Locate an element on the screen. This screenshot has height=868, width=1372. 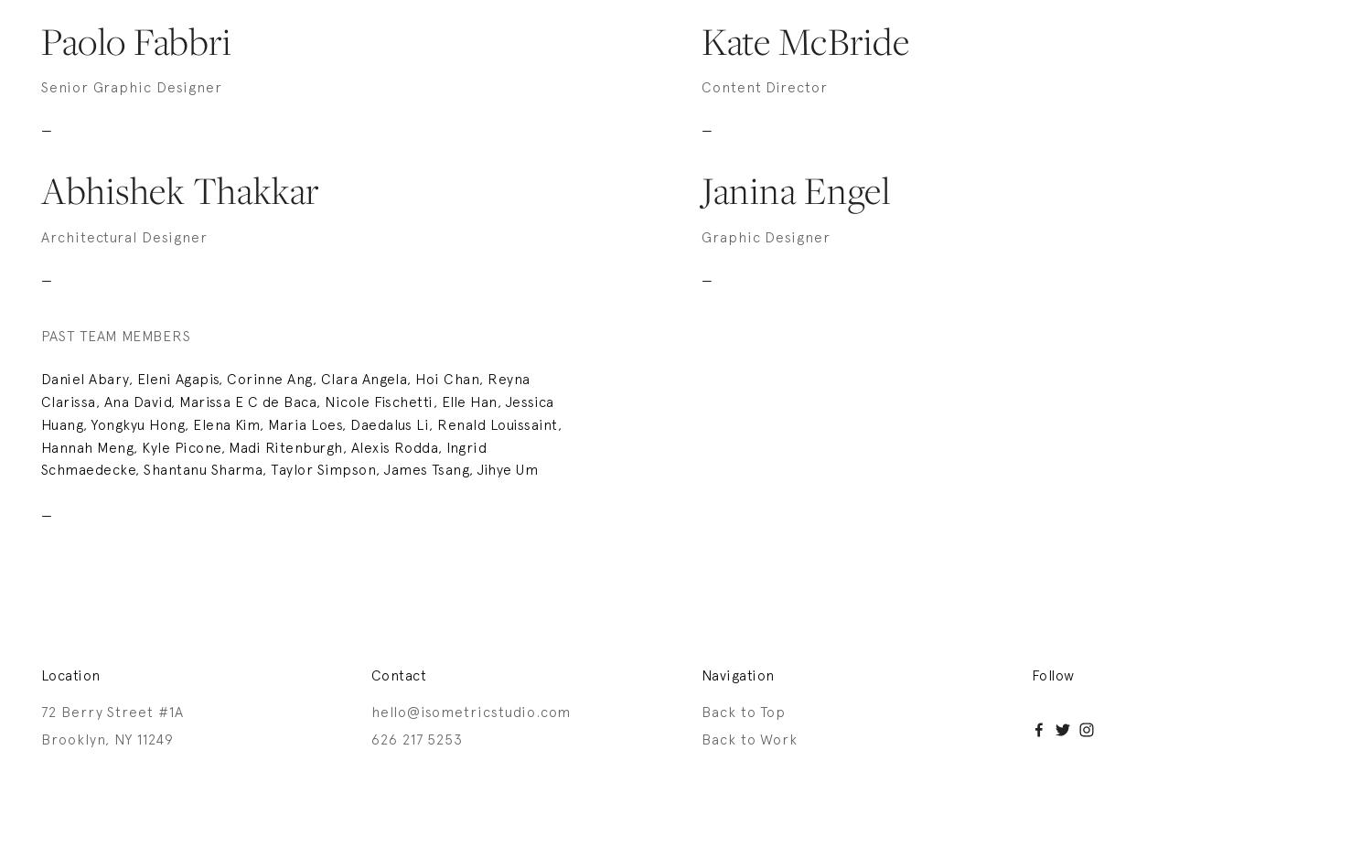
'Back to Work' is located at coordinates (748, 737).